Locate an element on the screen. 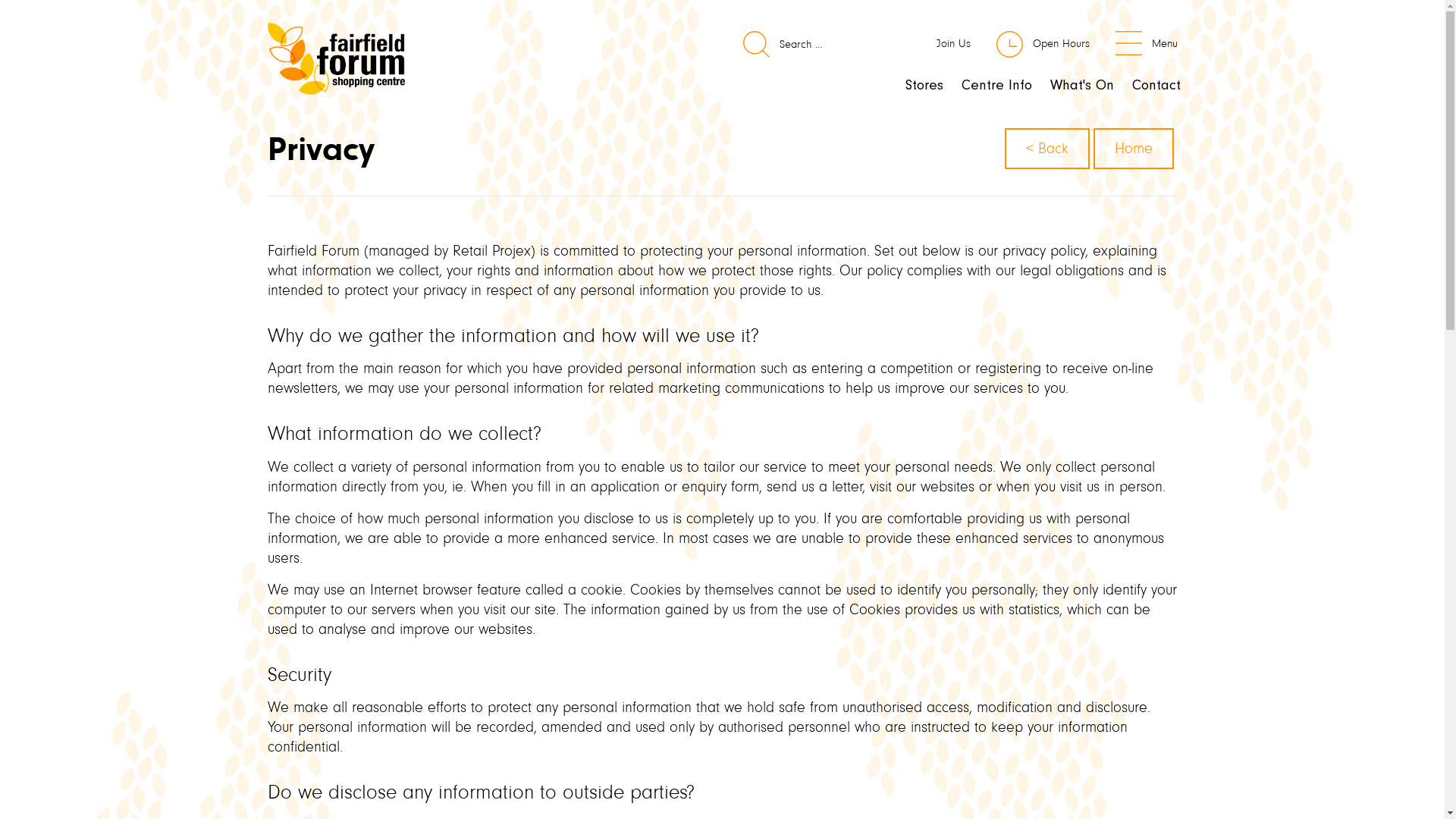  '< Back' is located at coordinates (1046, 149).